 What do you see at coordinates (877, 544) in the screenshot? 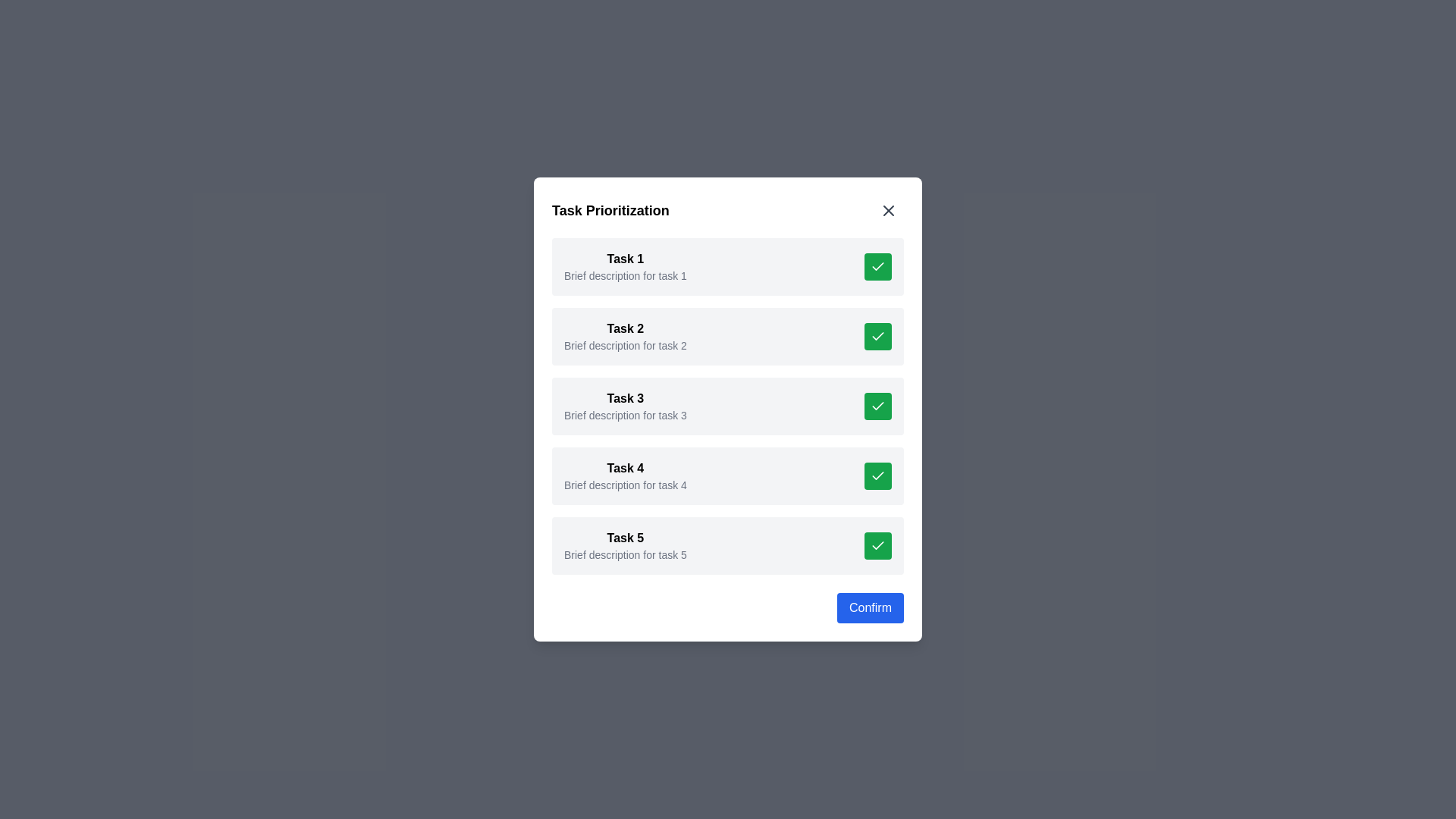
I see `the completion status icon located to the far right of the task description area for 'Task 5'` at bounding box center [877, 544].